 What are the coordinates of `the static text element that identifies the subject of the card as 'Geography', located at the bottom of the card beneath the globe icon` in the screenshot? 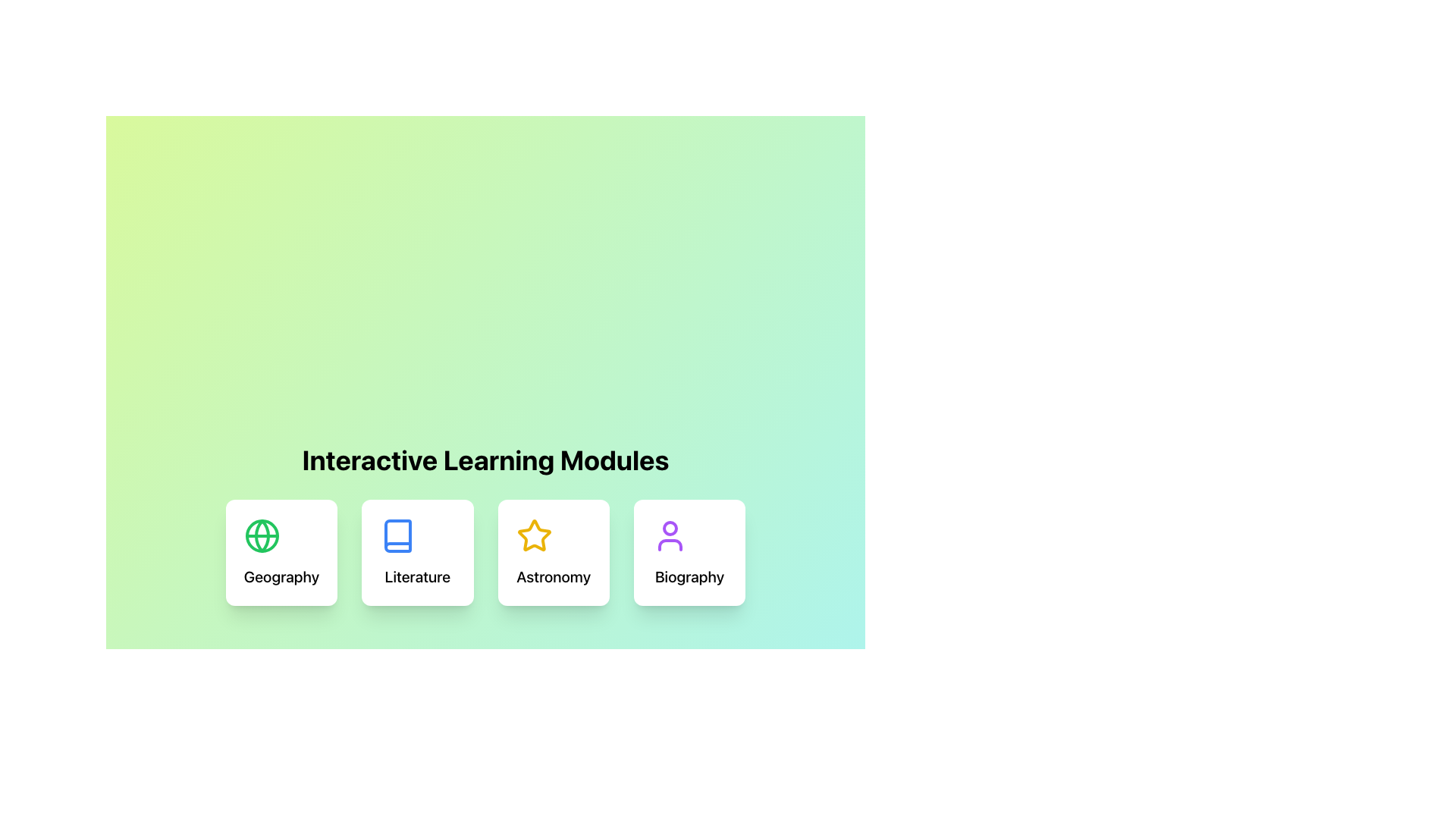 It's located at (281, 576).